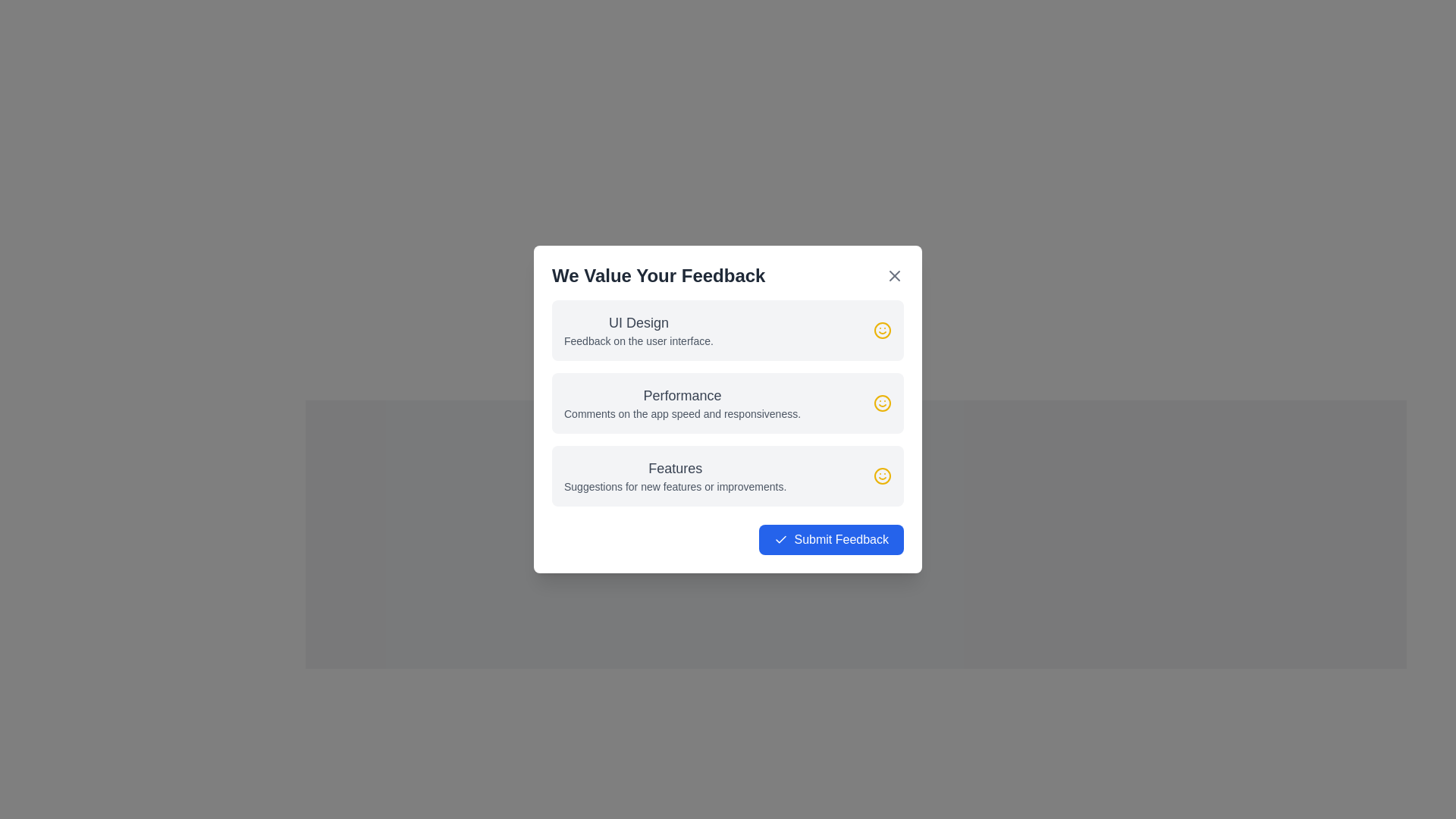 Image resolution: width=1456 pixels, height=819 pixels. I want to click on the SVG Circle representing positive feedback for the 'Features' option, located in the third row of the feedback options, so click(882, 475).